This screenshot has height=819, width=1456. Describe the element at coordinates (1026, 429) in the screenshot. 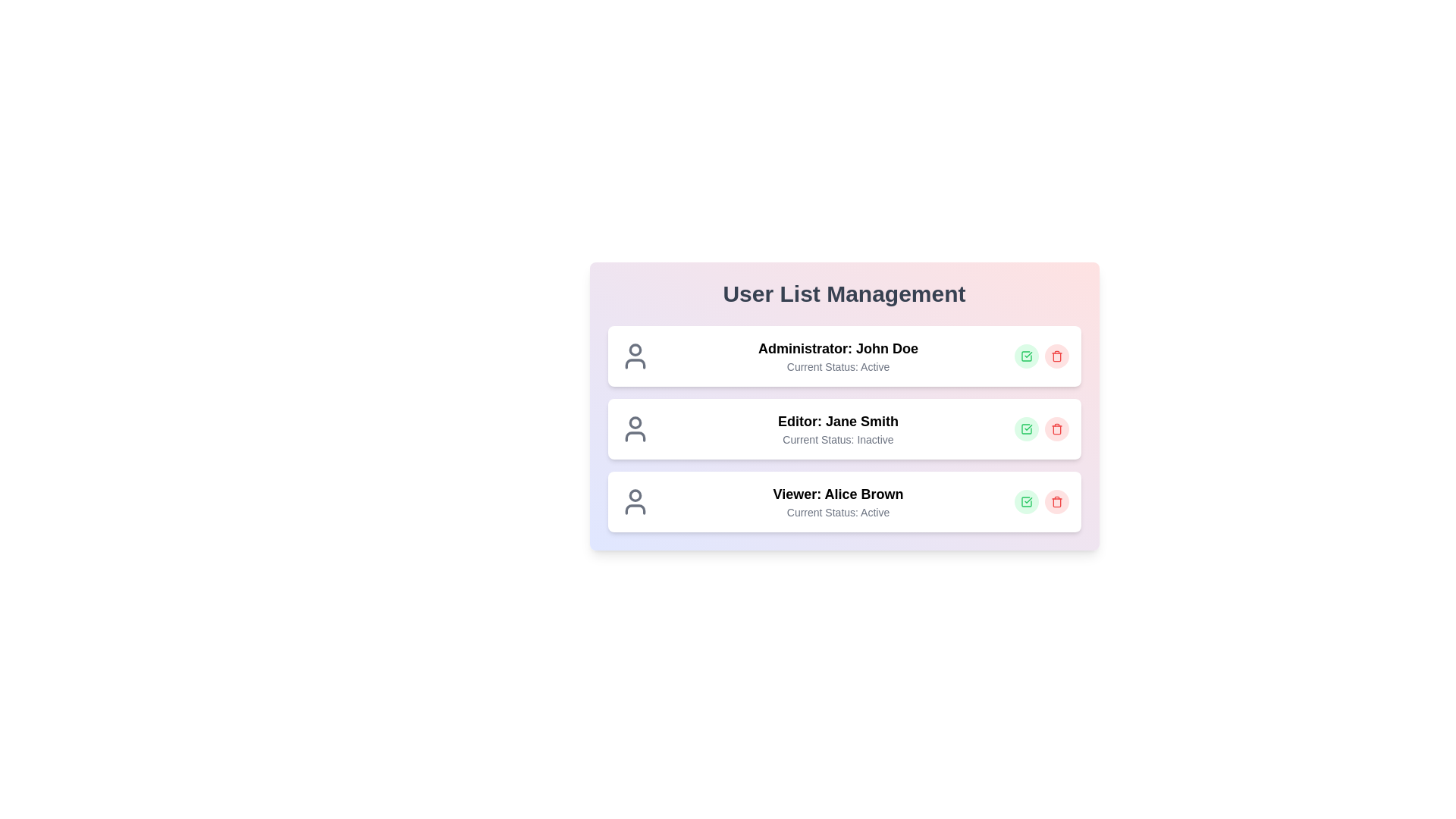

I see `the green checkmark icon located in the rightmost column of the list, specifically in the row for 'Editor: Jane Smith'` at that location.